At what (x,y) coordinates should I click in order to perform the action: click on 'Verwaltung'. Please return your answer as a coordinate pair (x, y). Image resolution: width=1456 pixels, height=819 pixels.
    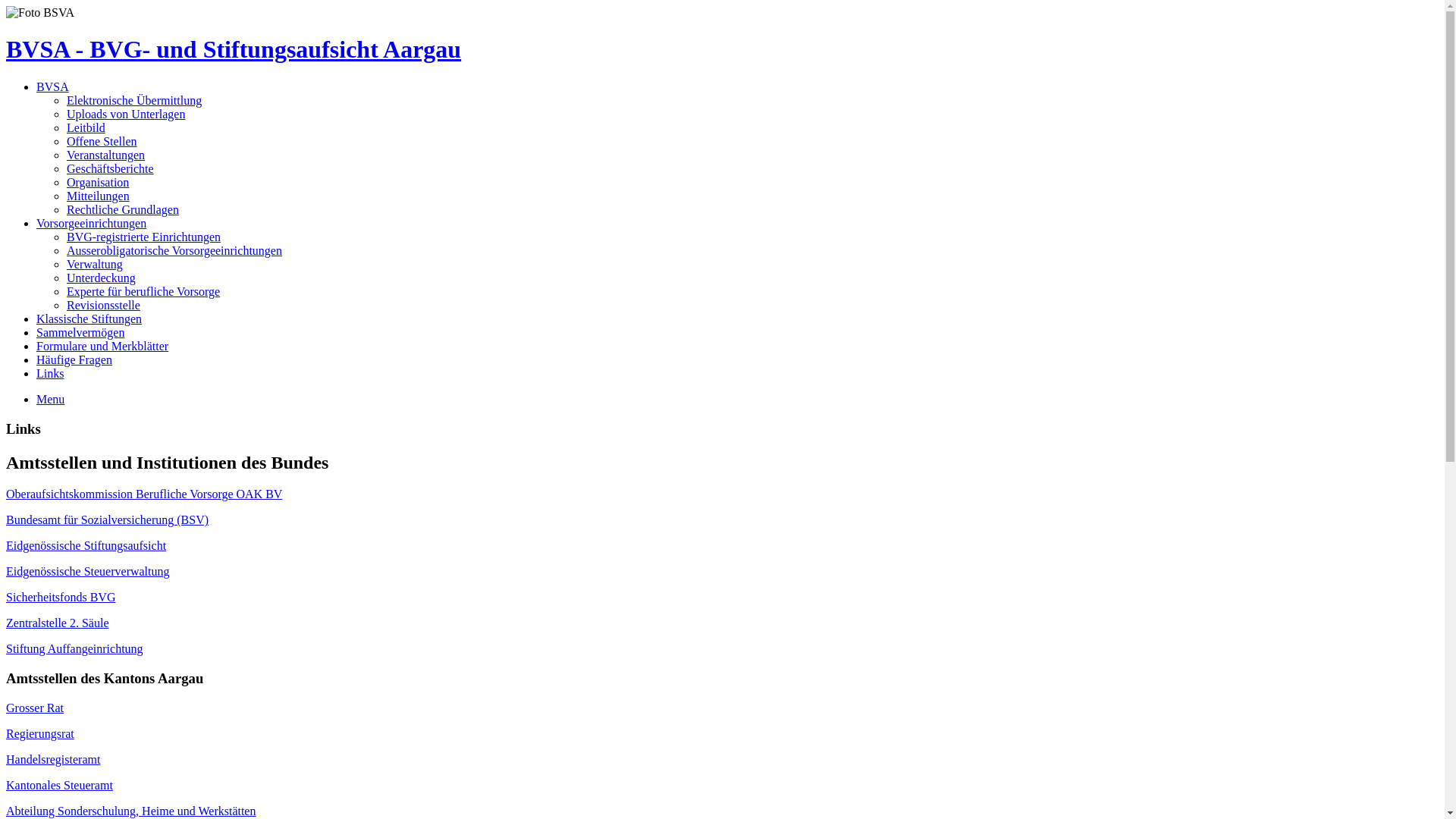
    Looking at the image, I should click on (65, 263).